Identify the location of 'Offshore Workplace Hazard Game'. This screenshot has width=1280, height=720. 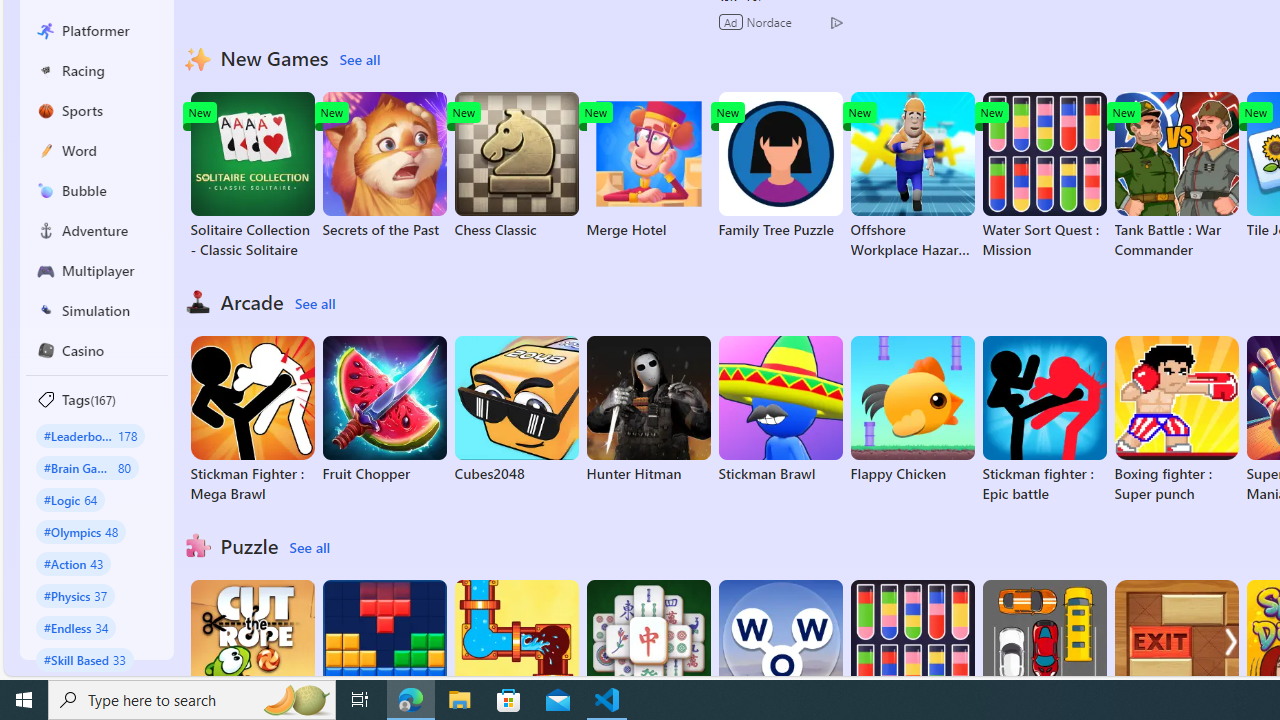
(911, 175).